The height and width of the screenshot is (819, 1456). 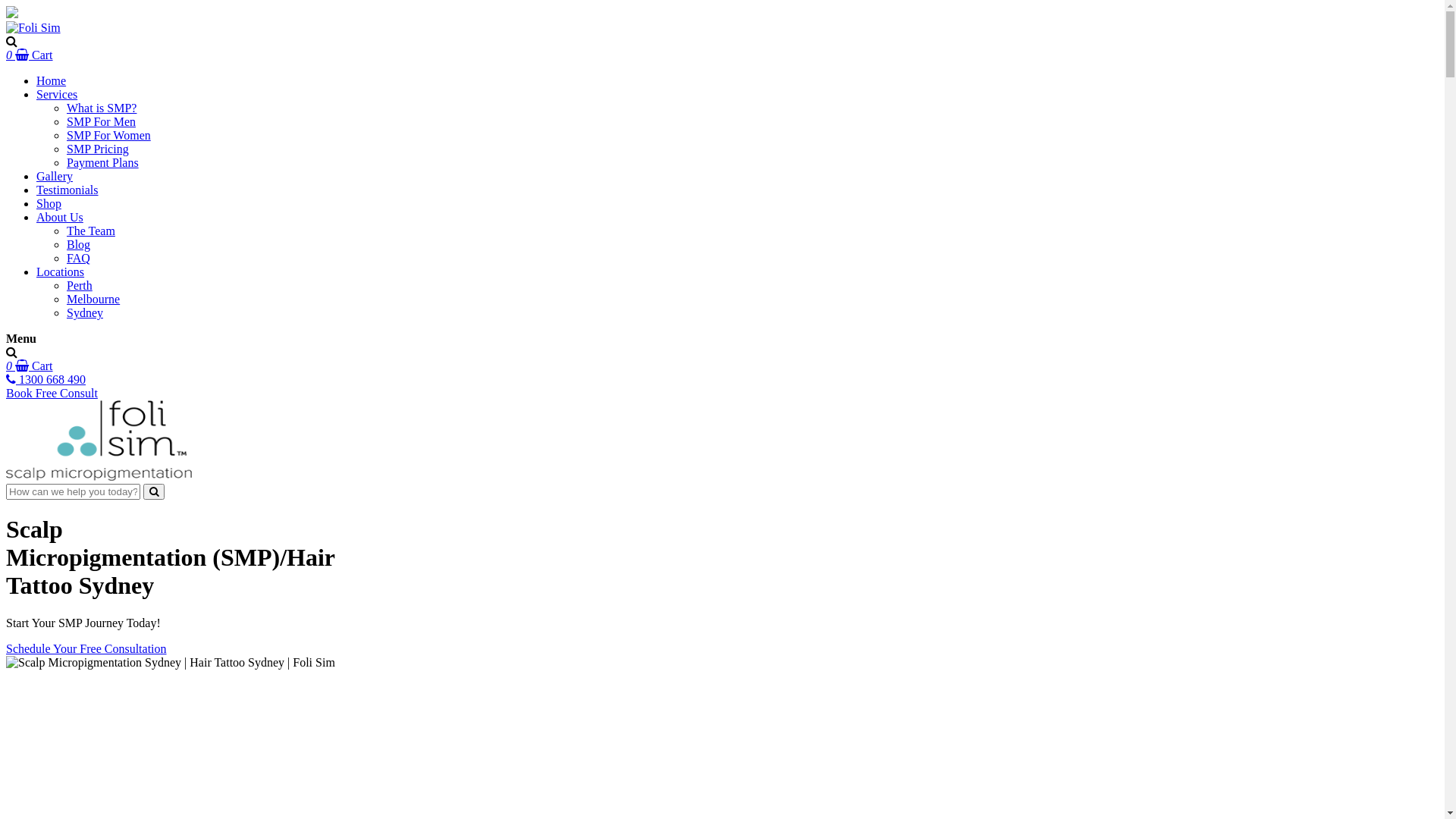 I want to click on 'Home', so click(x=36, y=80).